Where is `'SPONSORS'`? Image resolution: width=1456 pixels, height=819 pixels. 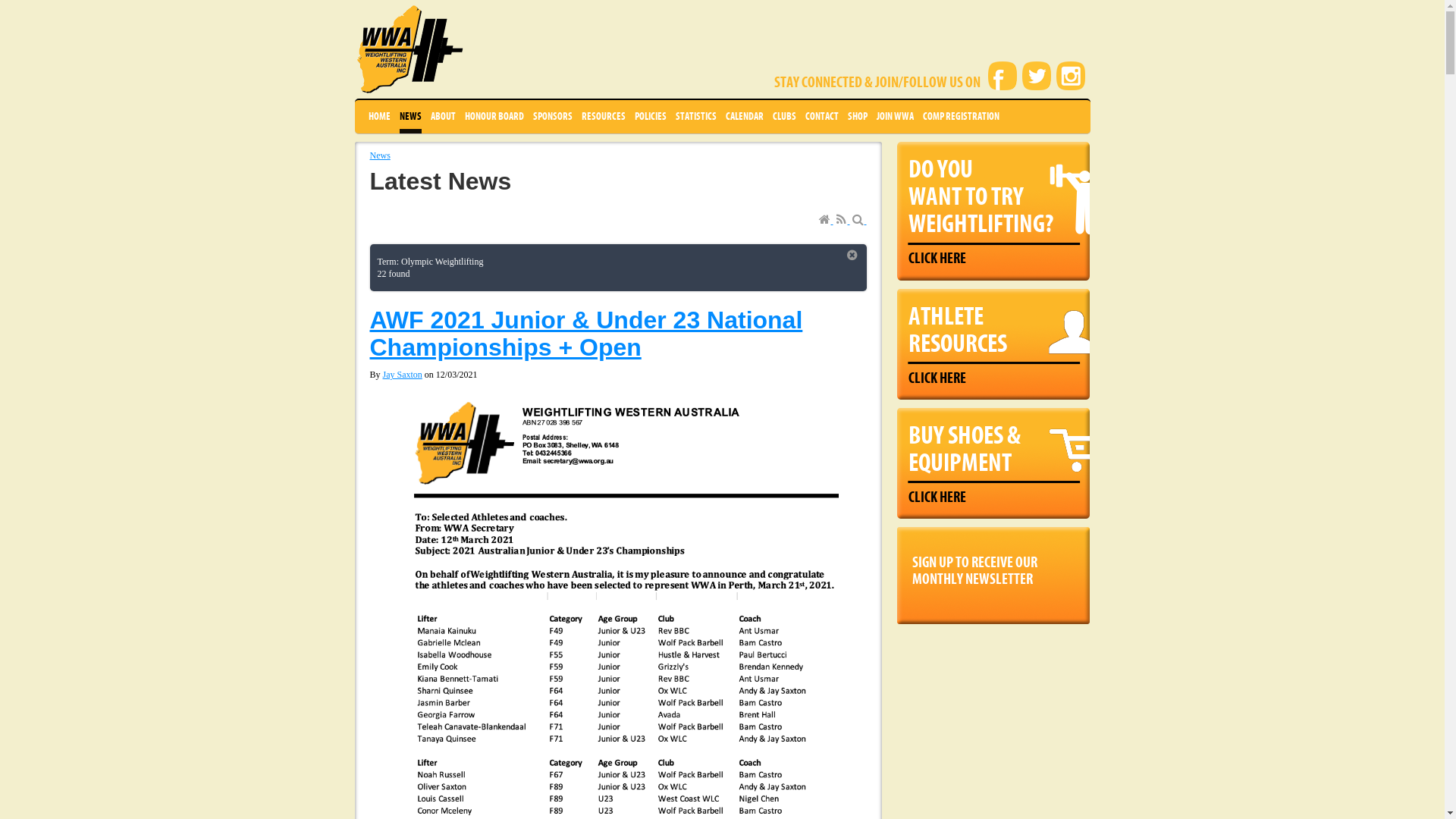 'SPONSORS' is located at coordinates (551, 116).